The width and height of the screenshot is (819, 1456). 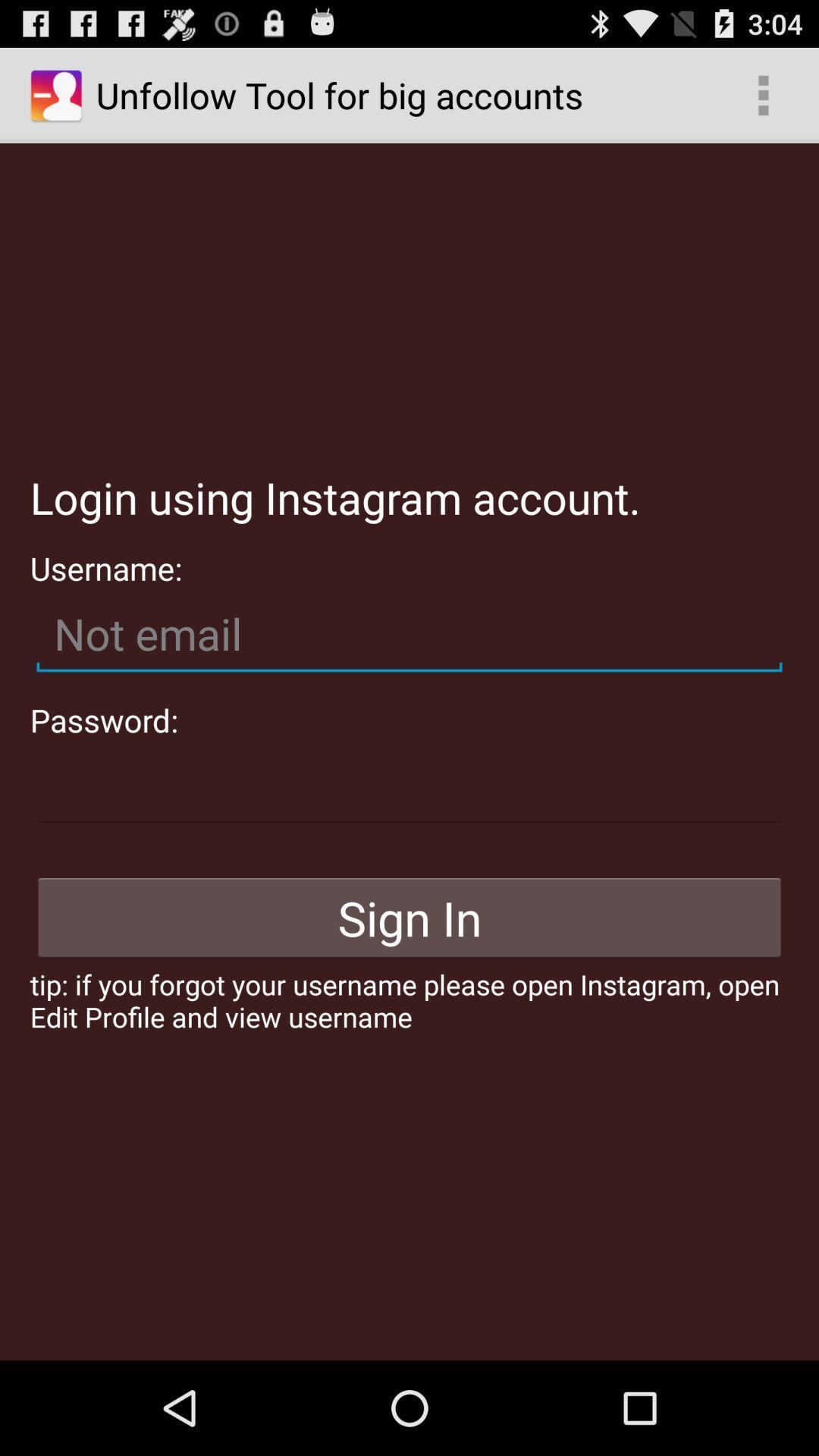 What do you see at coordinates (763, 94) in the screenshot?
I see `the item above the login using instagram icon` at bounding box center [763, 94].